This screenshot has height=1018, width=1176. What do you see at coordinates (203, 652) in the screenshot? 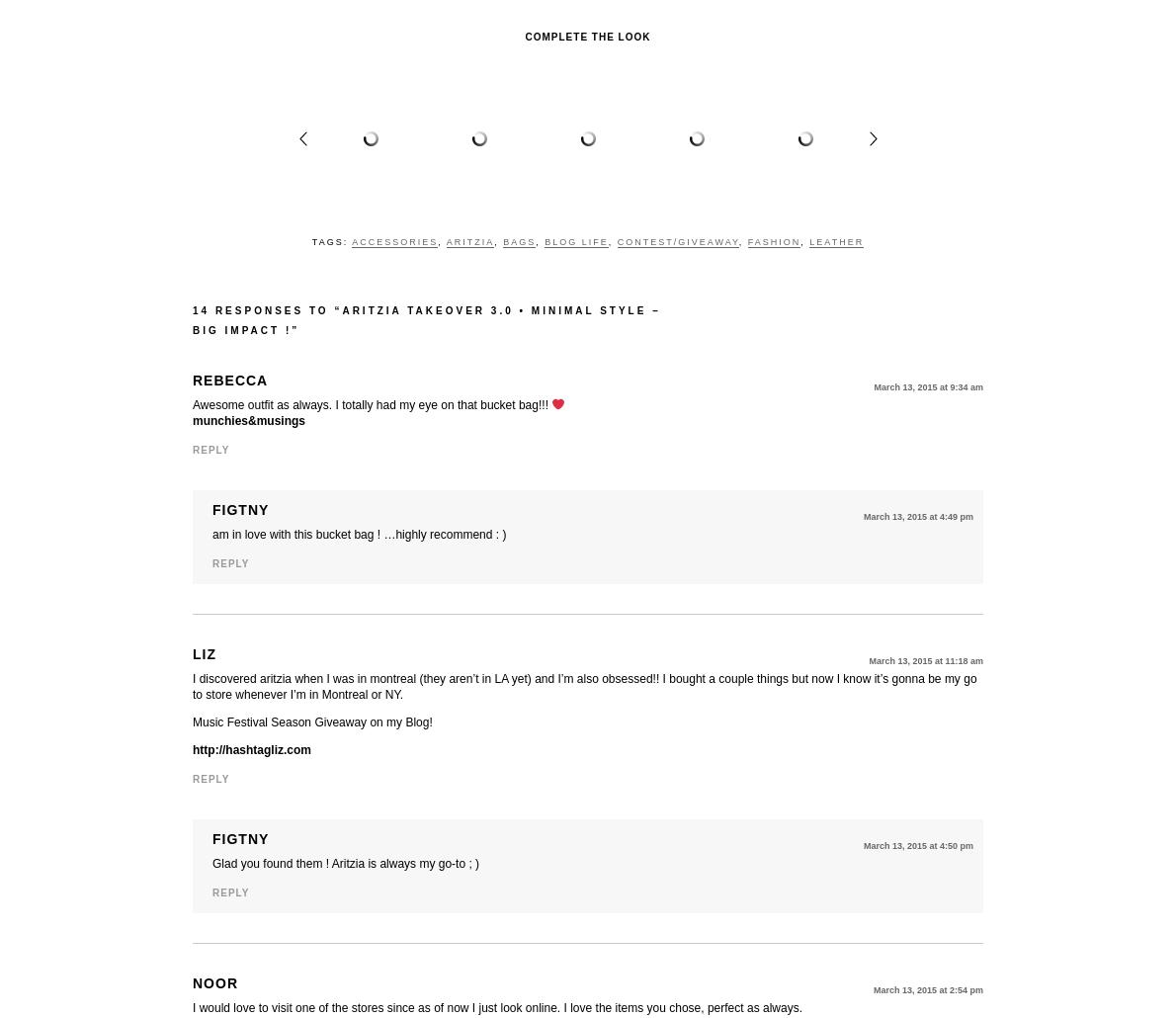
I see `'Liz'` at bounding box center [203, 652].